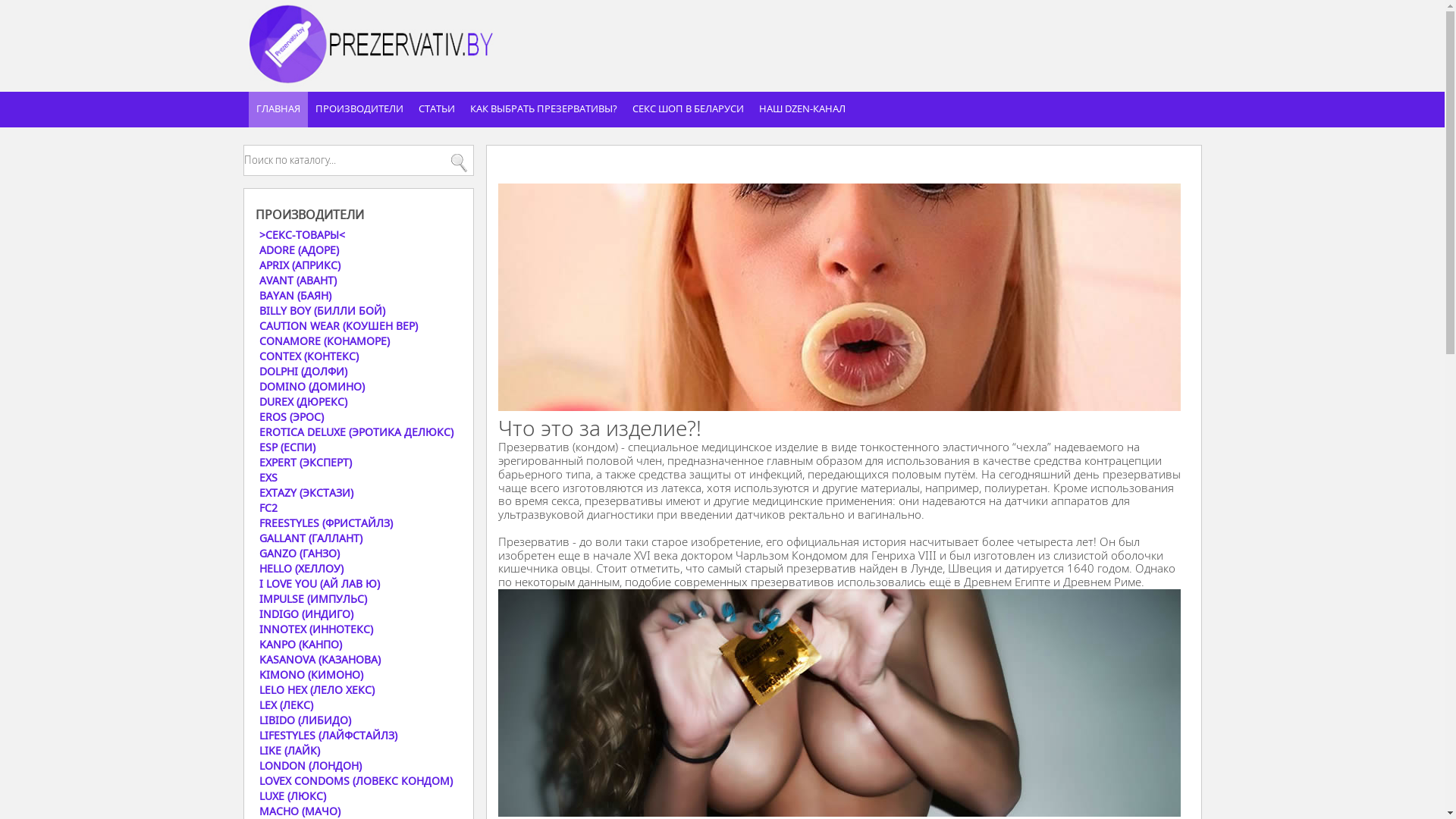  What do you see at coordinates (375, 42) in the screenshot?
I see `'prezervativ.by'` at bounding box center [375, 42].